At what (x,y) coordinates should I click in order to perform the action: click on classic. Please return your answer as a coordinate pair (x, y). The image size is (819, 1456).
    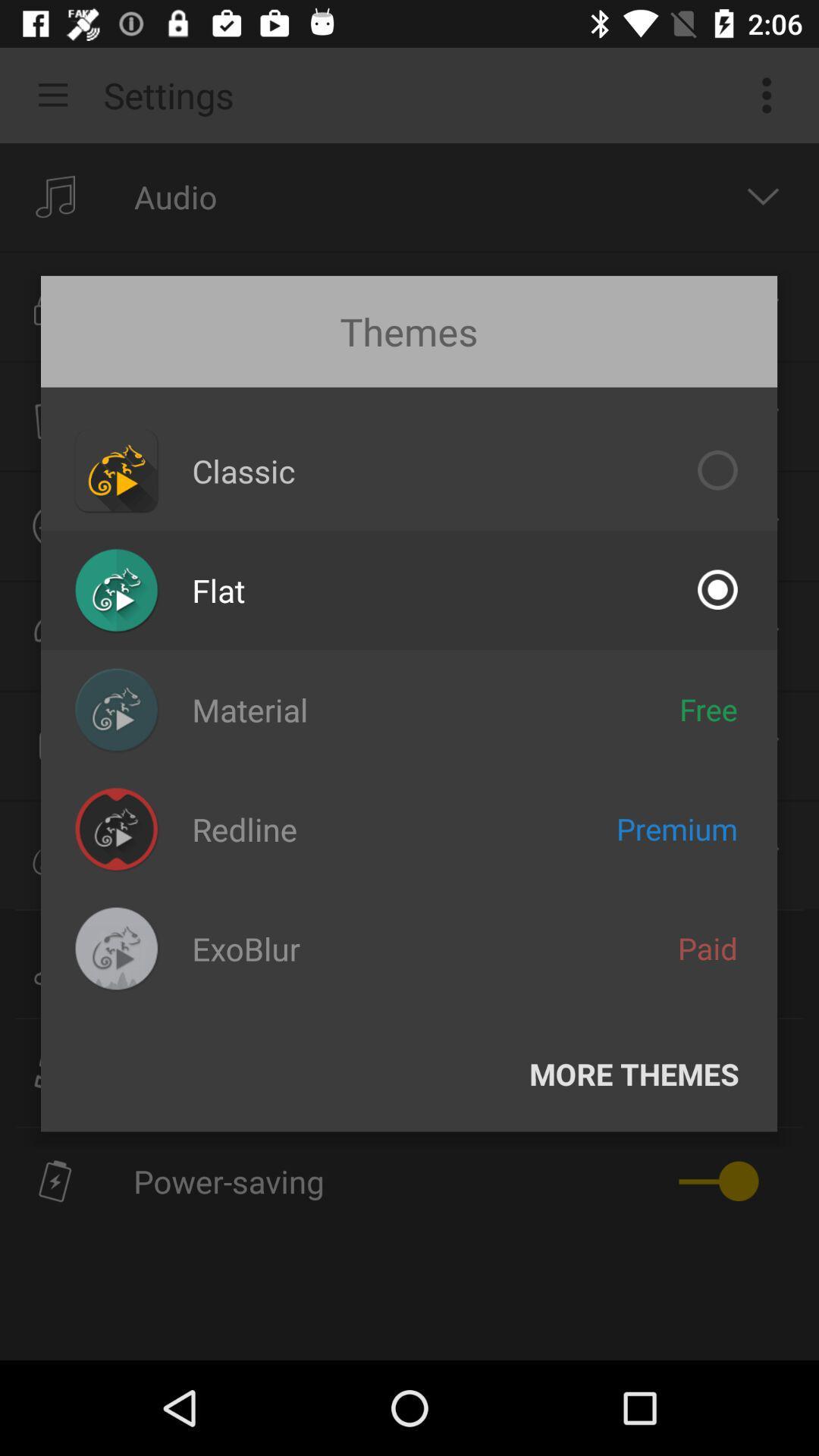
    Looking at the image, I should click on (243, 469).